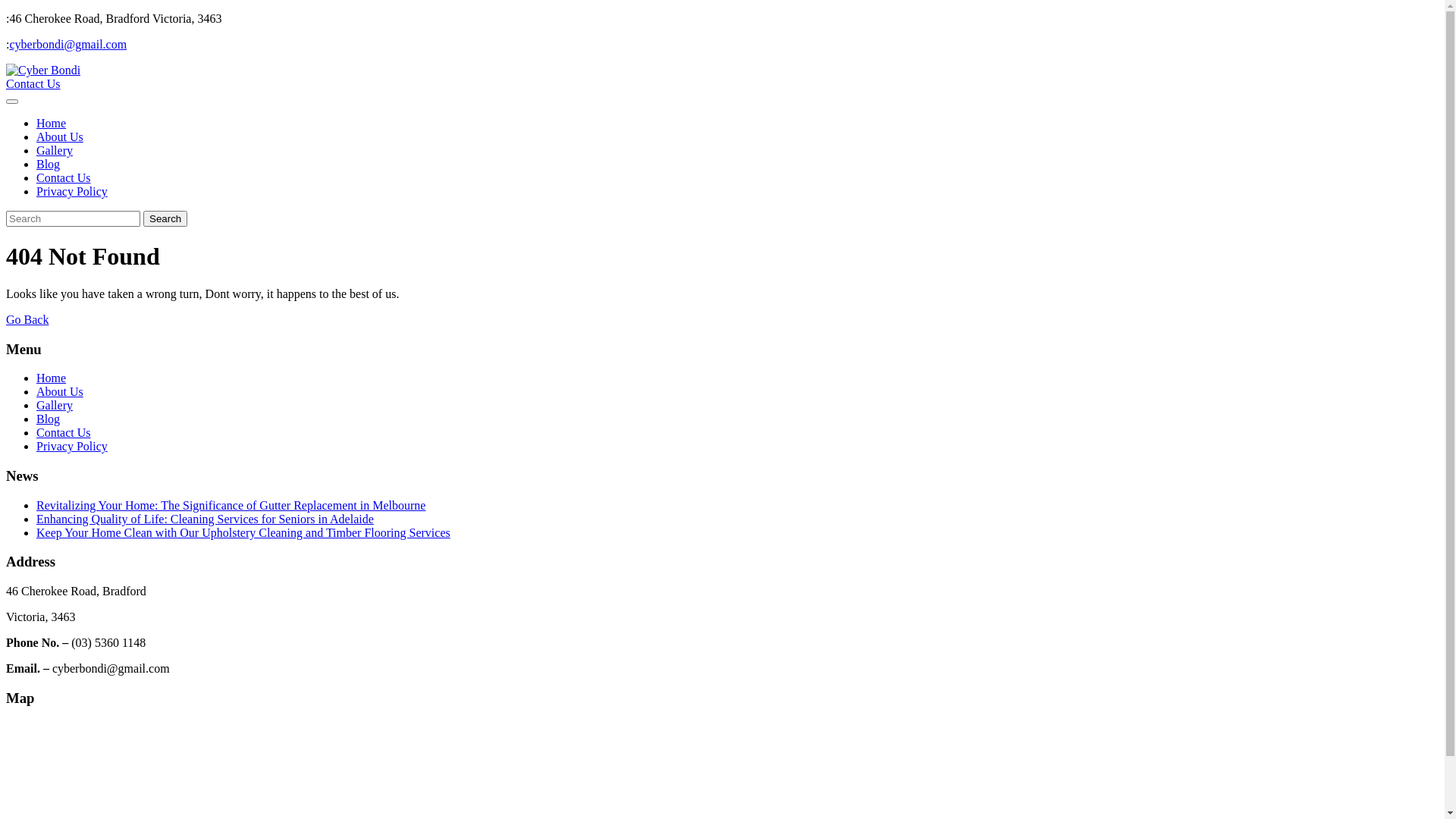  I want to click on 'Privacy Policy', so click(71, 190).